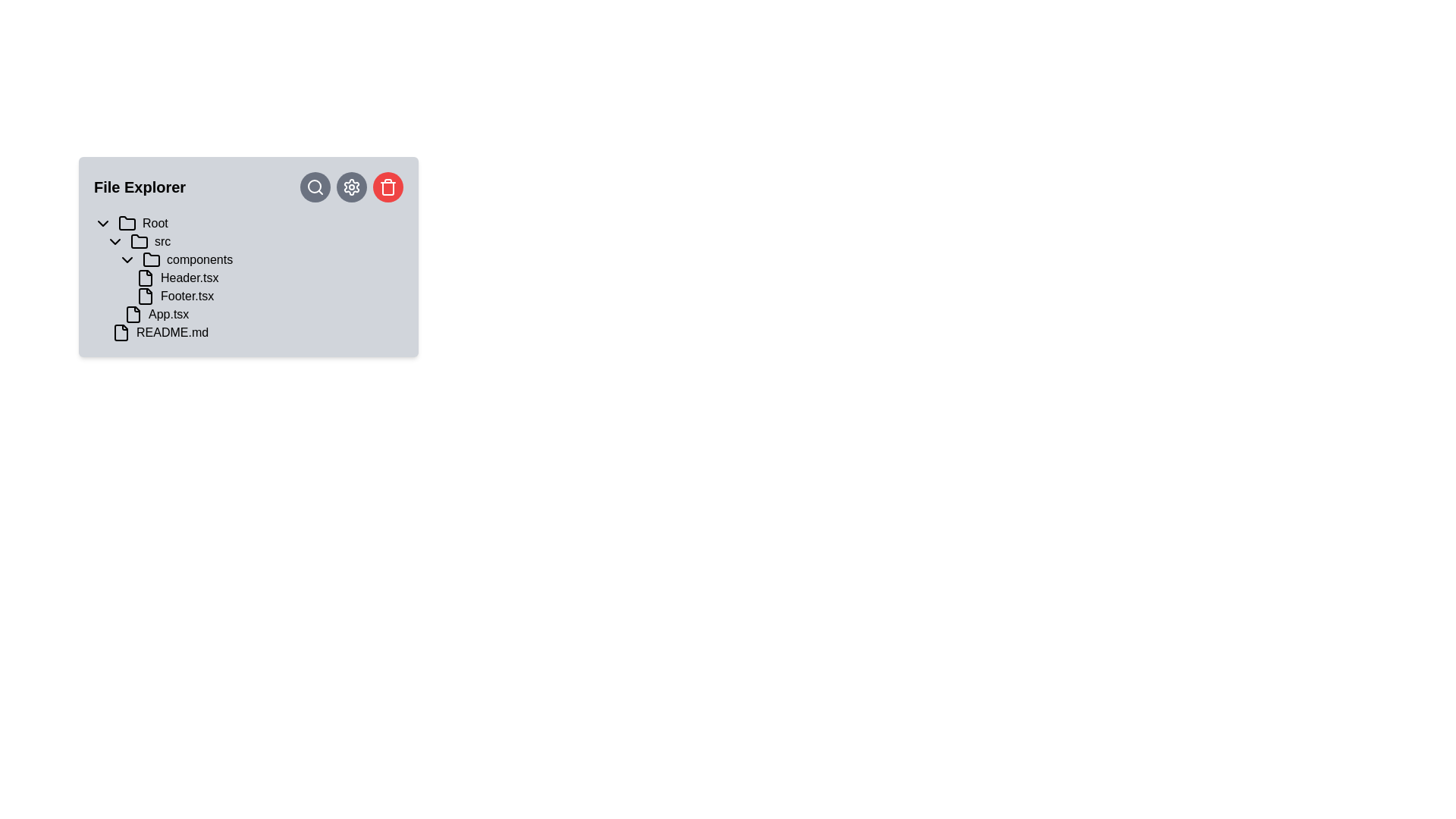 This screenshot has height=819, width=1456. I want to click on the text label representing the file named 'README.md' in the file explorer, so click(172, 332).